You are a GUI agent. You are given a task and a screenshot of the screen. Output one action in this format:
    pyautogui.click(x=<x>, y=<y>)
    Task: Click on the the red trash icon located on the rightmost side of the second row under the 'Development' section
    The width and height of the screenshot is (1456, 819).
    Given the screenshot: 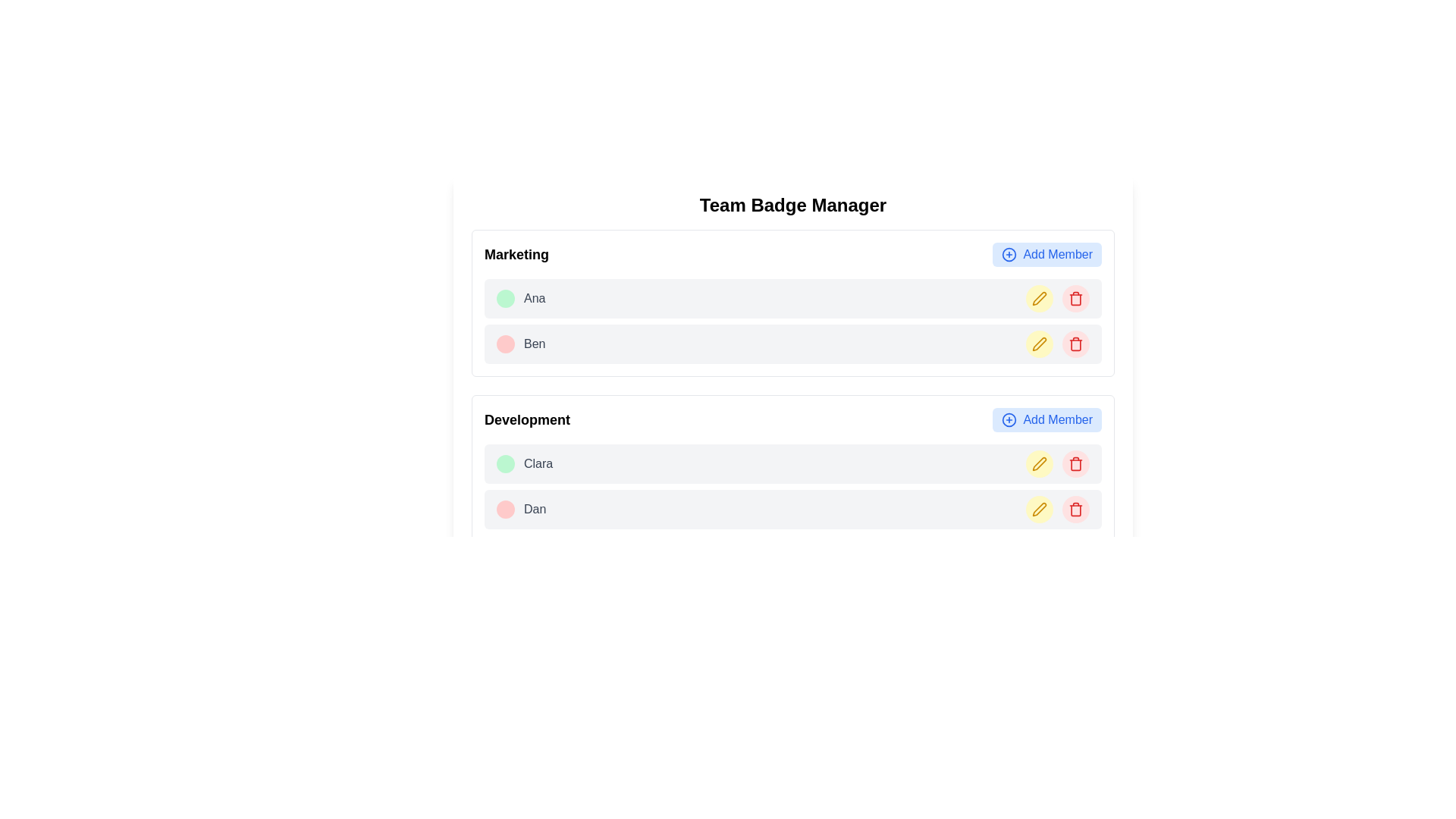 What is the action you would take?
    pyautogui.click(x=1075, y=463)
    